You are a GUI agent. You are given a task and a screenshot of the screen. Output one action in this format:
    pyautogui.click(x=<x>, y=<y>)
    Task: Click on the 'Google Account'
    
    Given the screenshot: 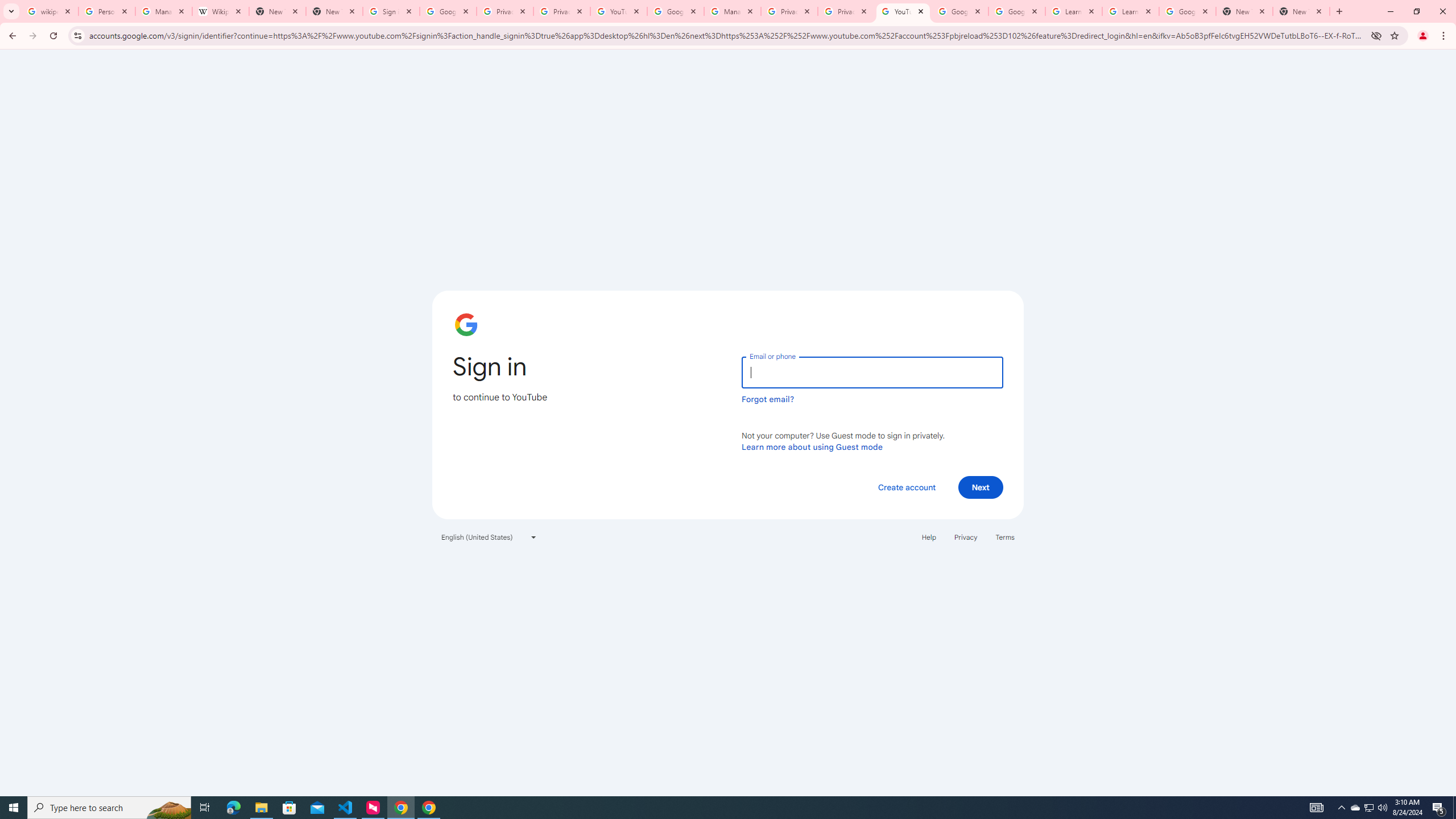 What is the action you would take?
    pyautogui.click(x=1187, y=11)
    